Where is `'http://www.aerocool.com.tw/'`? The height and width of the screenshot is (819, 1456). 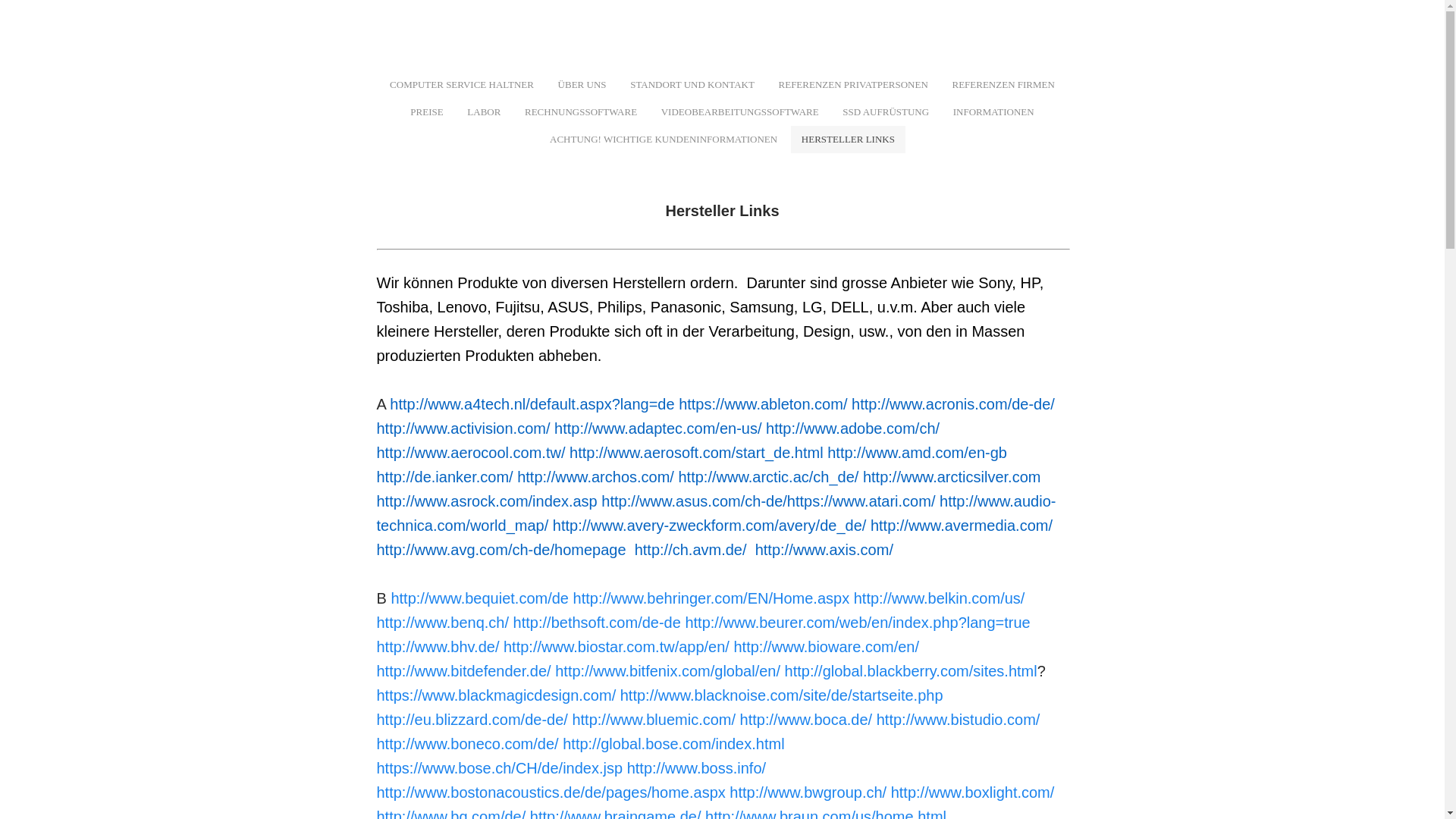 'http://www.aerocool.com.tw/' is located at coordinates (469, 452).